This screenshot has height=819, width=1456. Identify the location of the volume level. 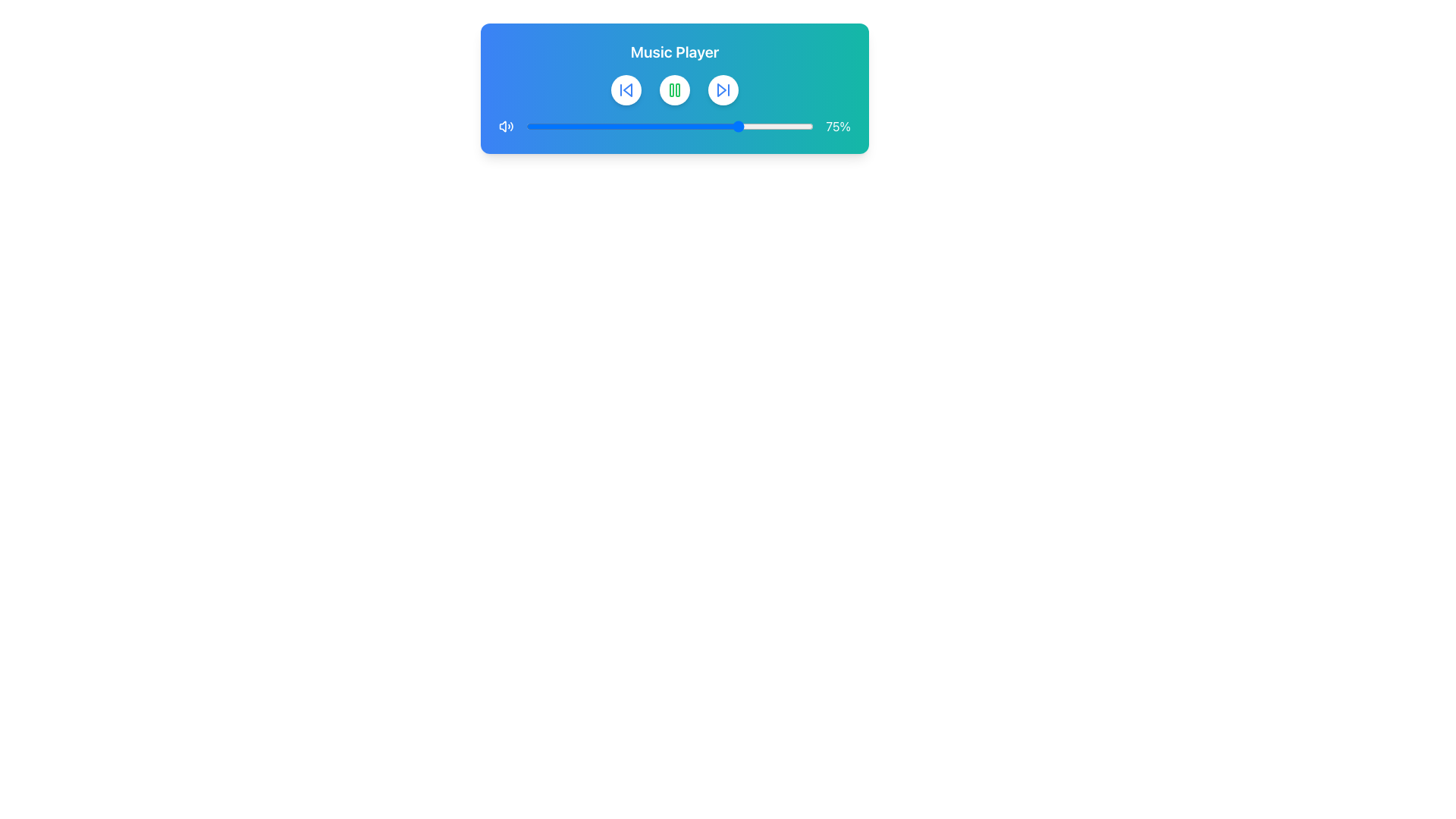
(675, 125).